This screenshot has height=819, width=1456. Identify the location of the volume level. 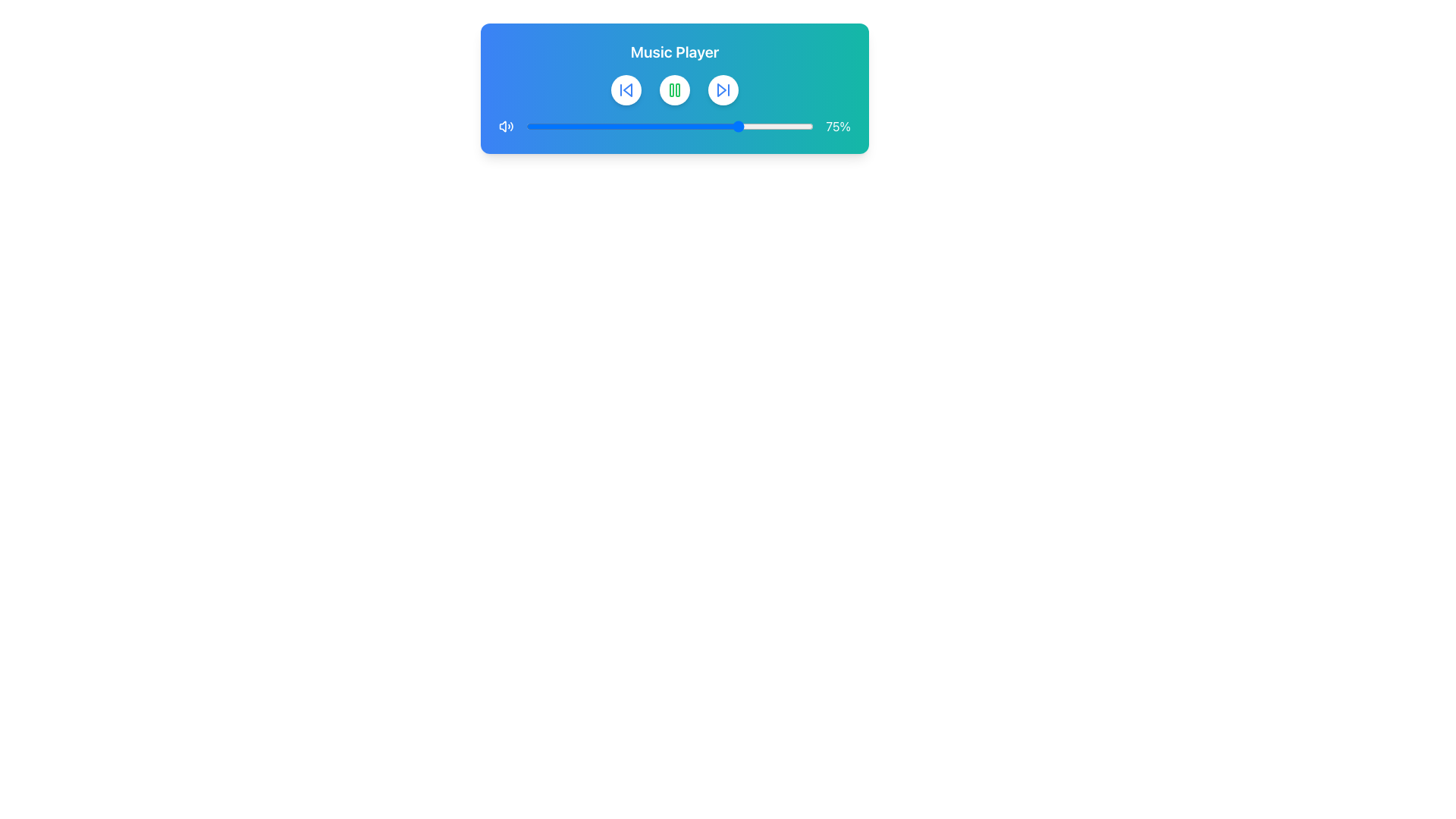
(675, 125).